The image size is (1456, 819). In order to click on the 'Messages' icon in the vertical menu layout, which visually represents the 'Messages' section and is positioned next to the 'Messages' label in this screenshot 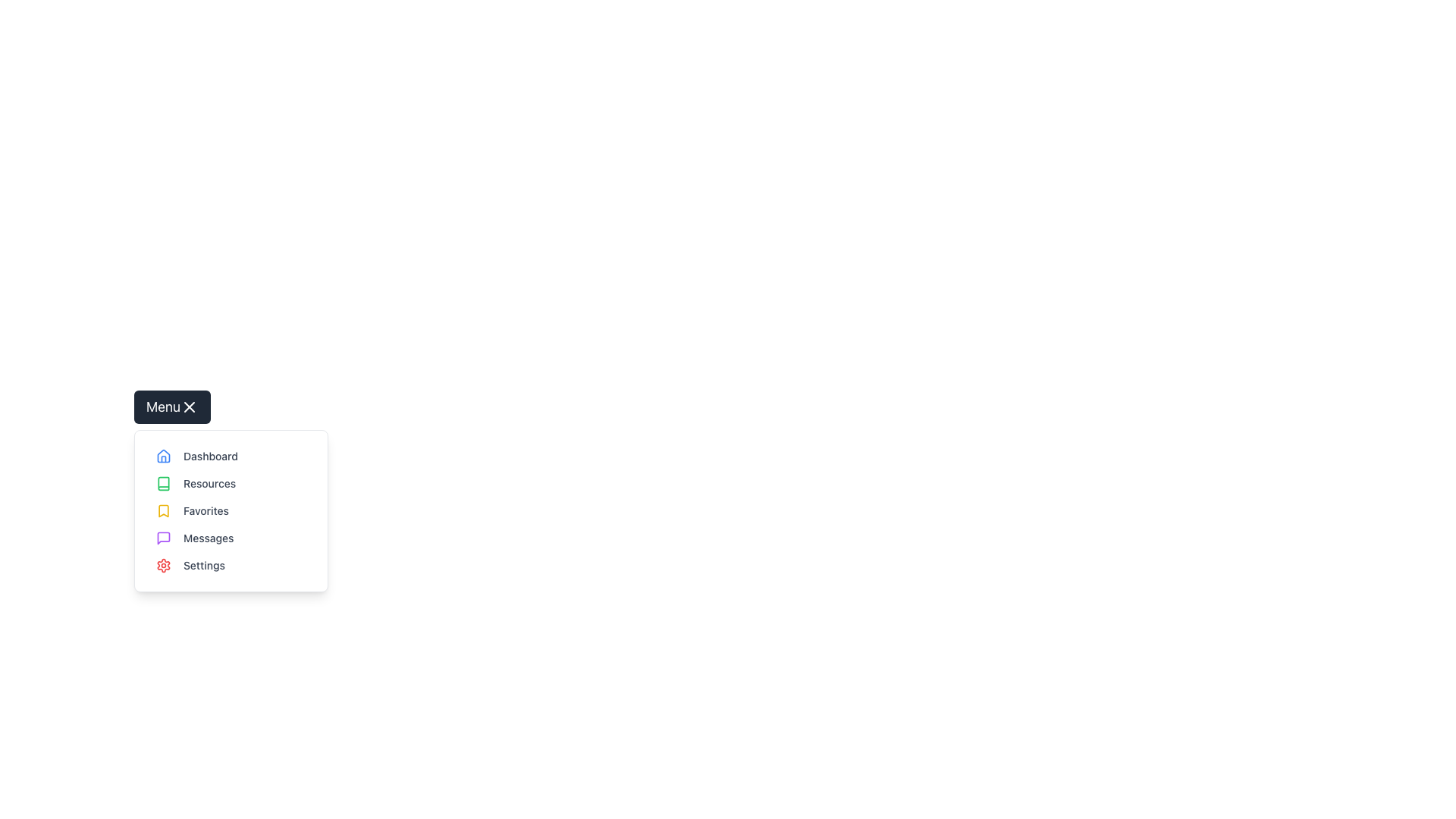, I will do `click(164, 537)`.